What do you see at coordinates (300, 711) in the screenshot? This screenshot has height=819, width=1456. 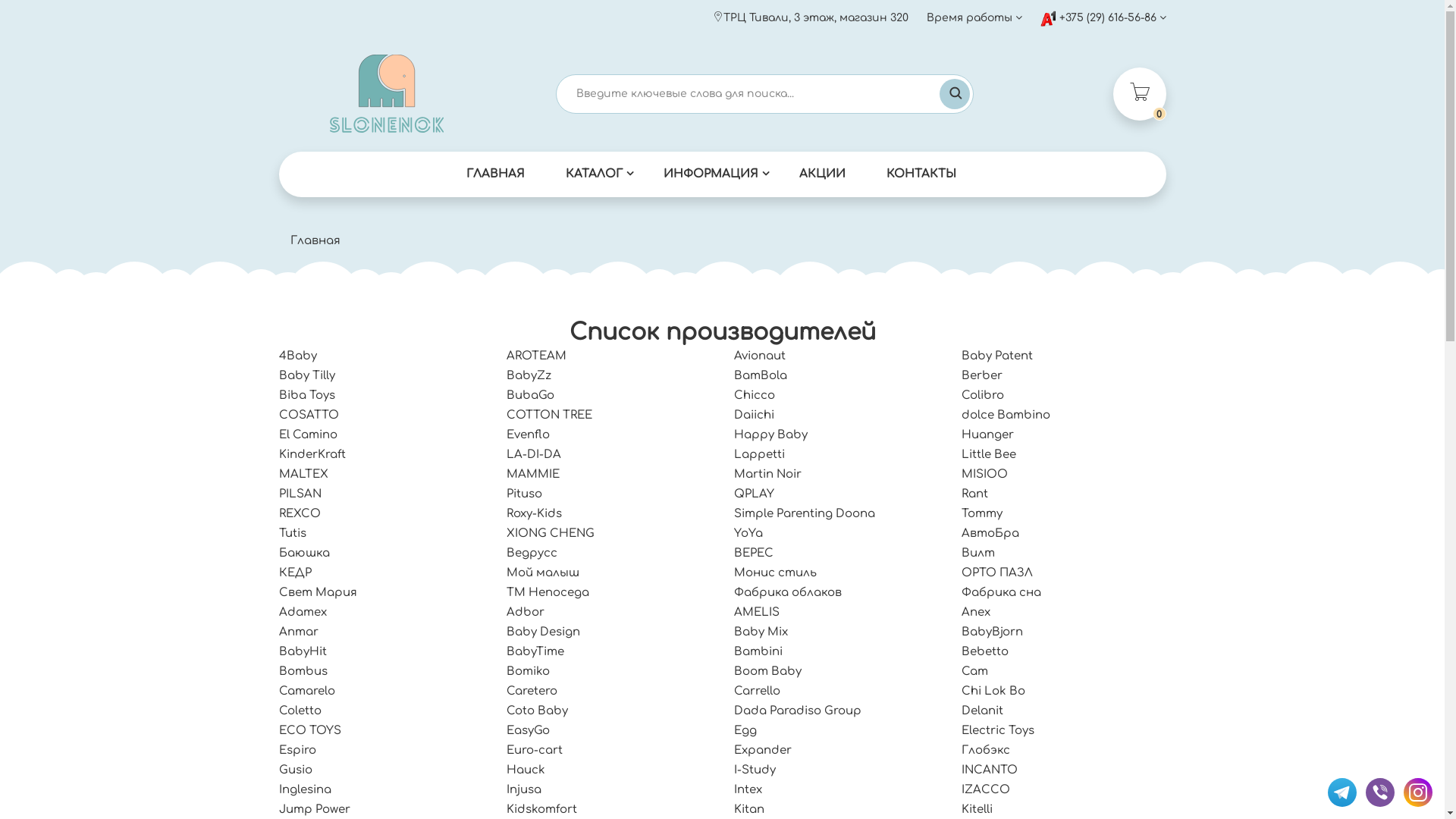 I see `'Coletto'` at bounding box center [300, 711].